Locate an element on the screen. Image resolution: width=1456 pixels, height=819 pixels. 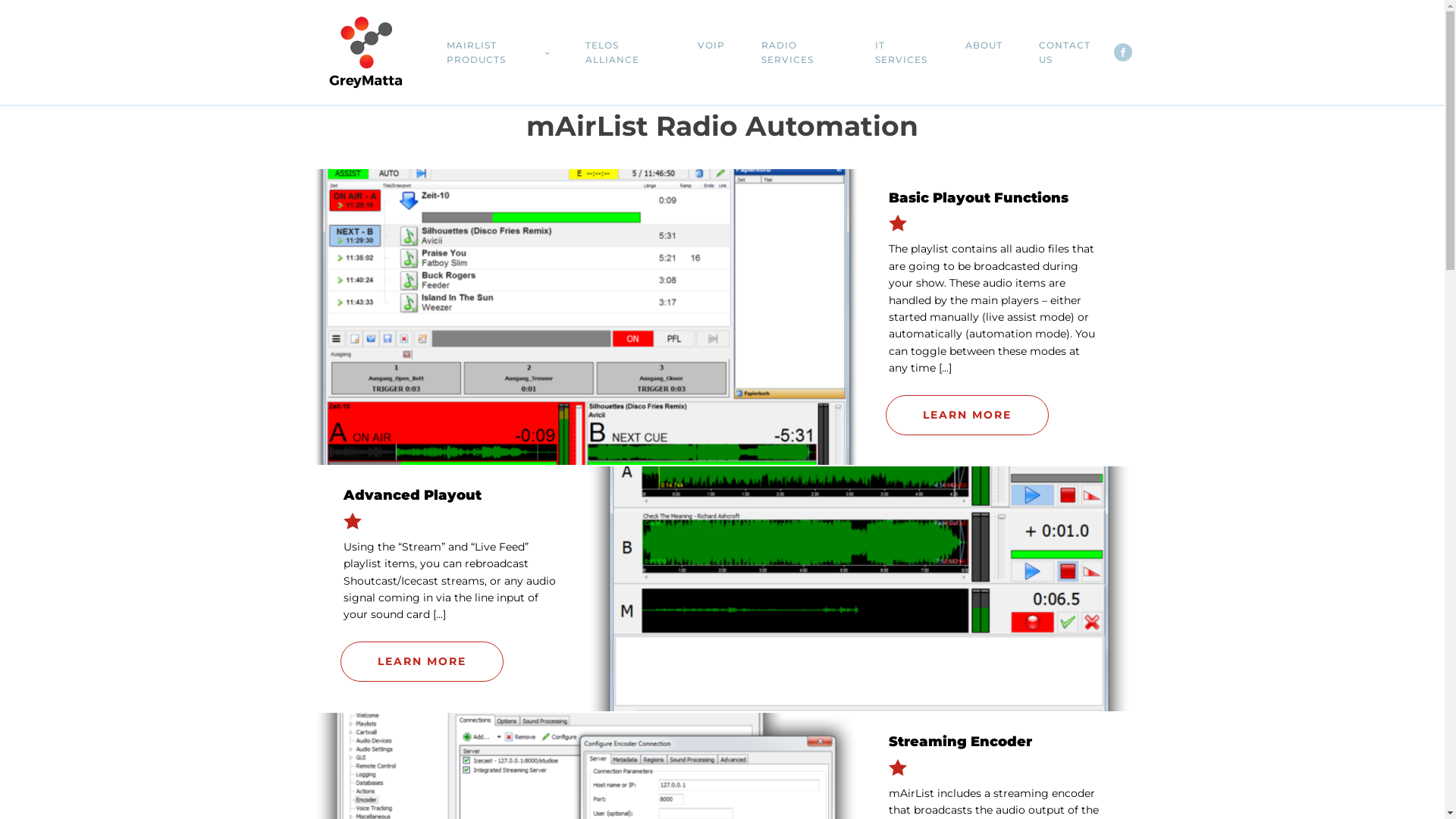
'RADIO SERVICES' is located at coordinates (799, 52).